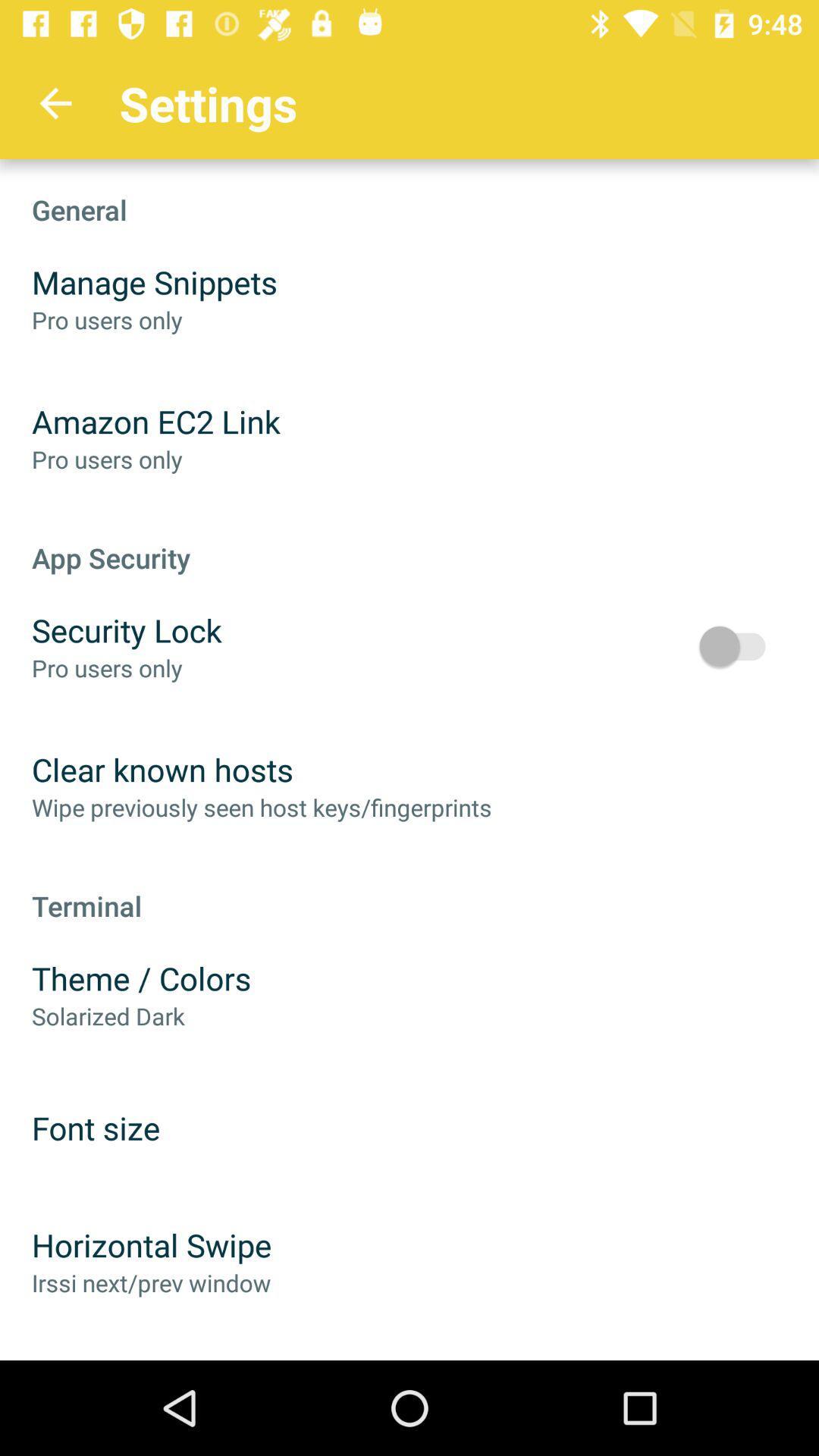  What do you see at coordinates (55, 102) in the screenshot?
I see `icon above general icon` at bounding box center [55, 102].